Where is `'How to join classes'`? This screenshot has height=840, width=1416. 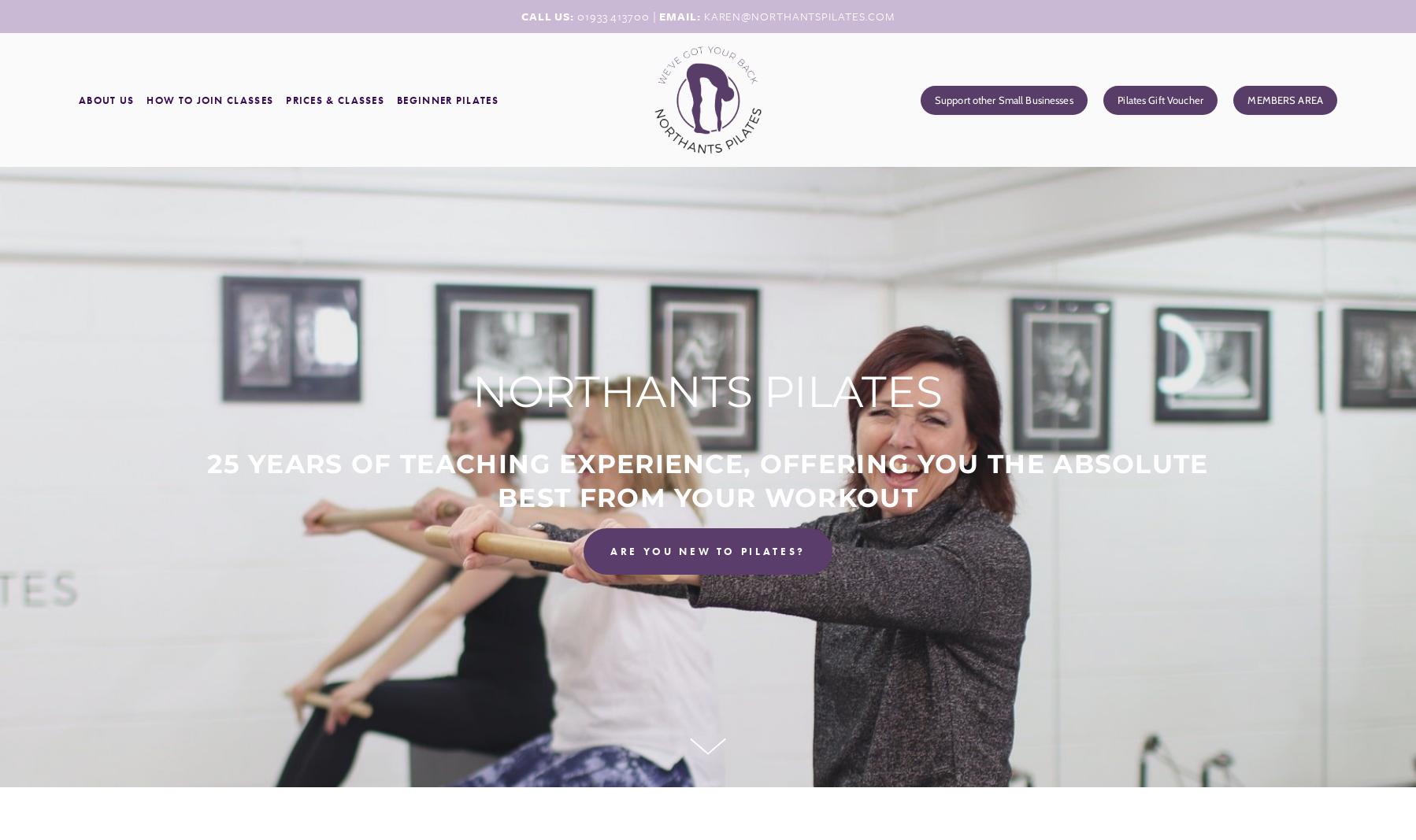
'How to join classes' is located at coordinates (209, 98).